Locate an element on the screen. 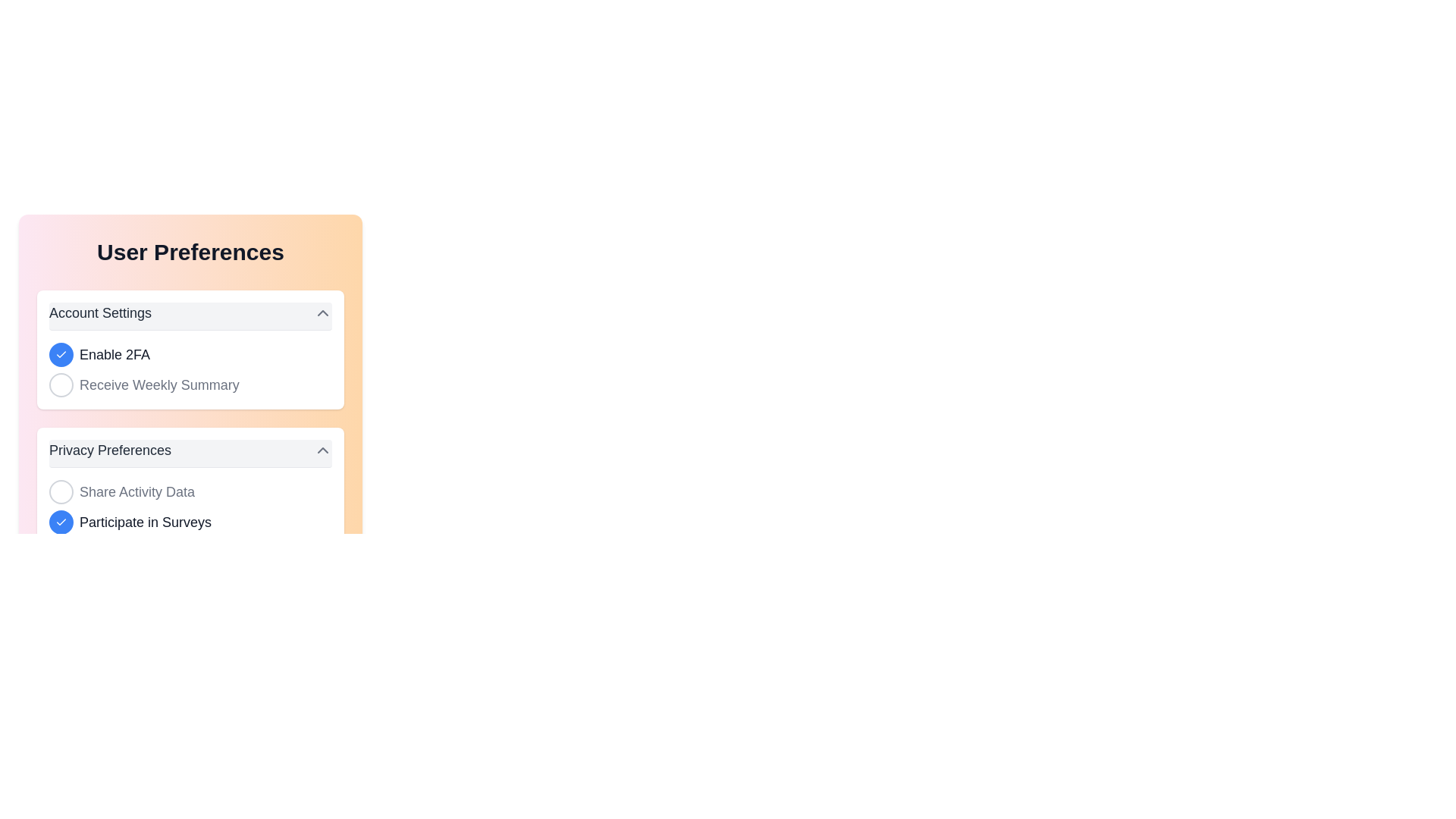 The height and width of the screenshot is (819, 1456). the 'Grouped option items' in the 'Account Settings' section of the 'User Preferences' module is located at coordinates (190, 370).